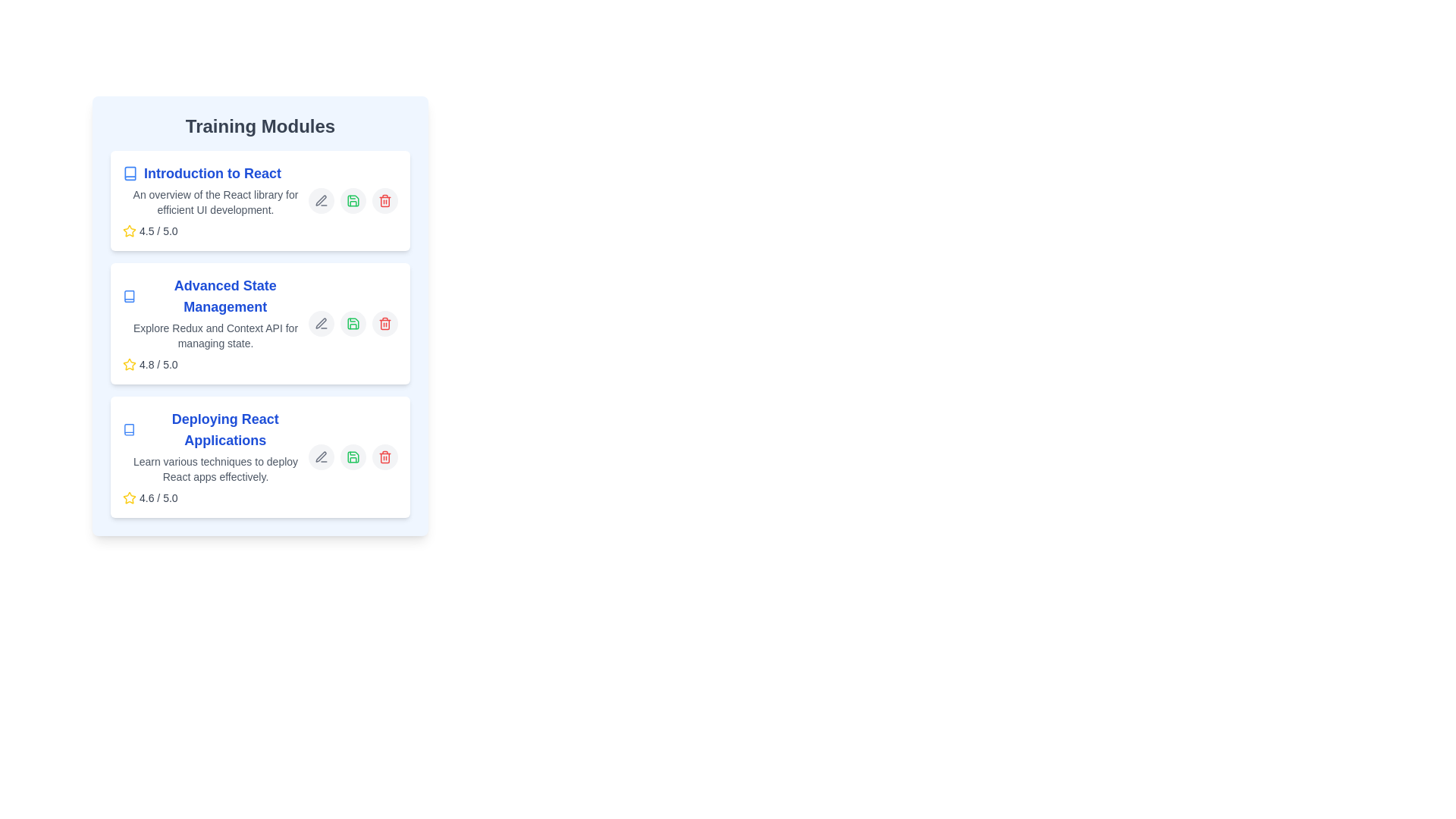 This screenshot has height=819, width=1456. What do you see at coordinates (352, 323) in the screenshot?
I see `the save icon in the control button group for the list item titled 'Advanced State Management'` at bounding box center [352, 323].